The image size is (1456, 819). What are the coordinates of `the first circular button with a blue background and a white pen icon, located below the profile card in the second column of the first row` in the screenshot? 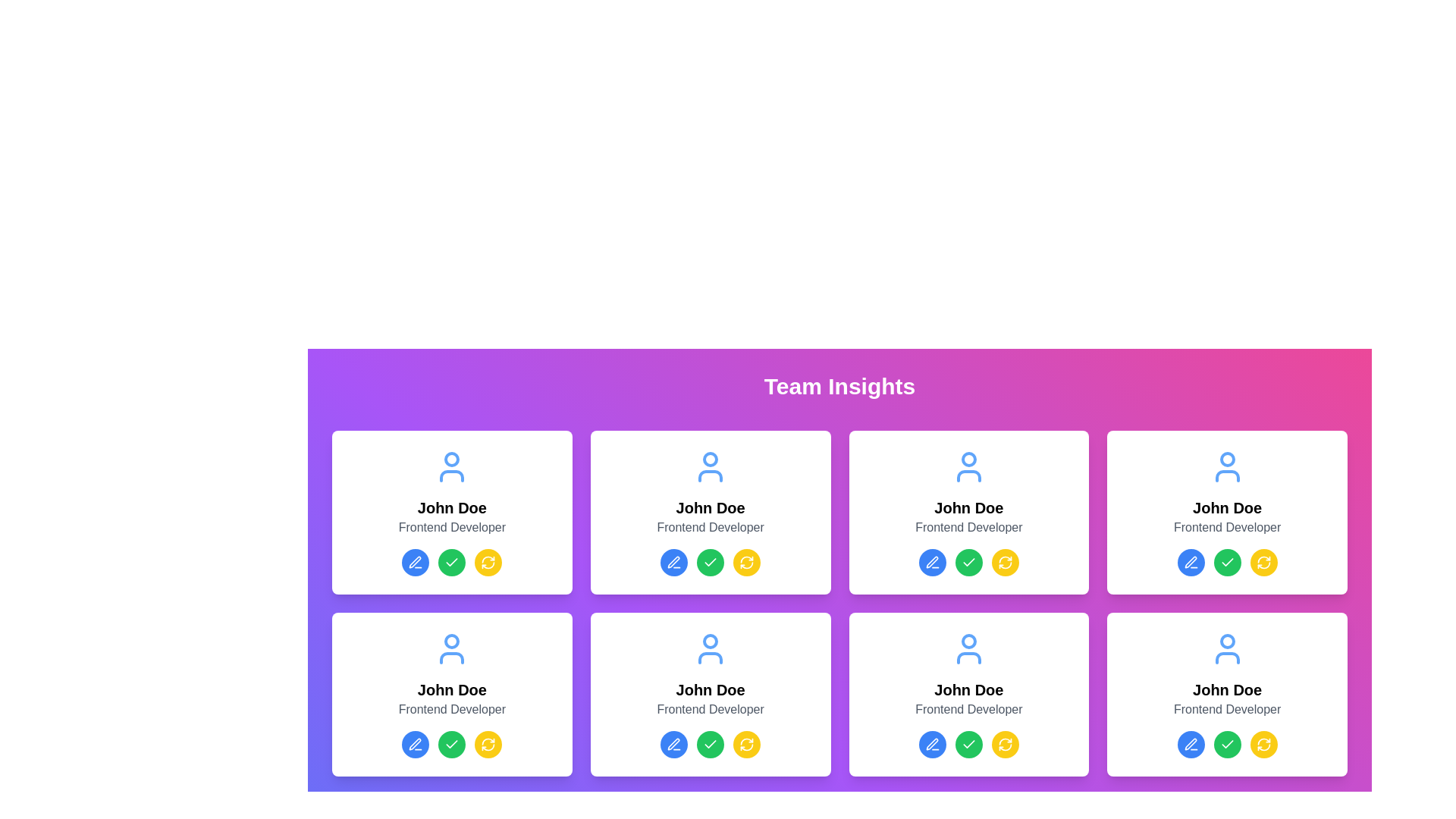 It's located at (931, 562).